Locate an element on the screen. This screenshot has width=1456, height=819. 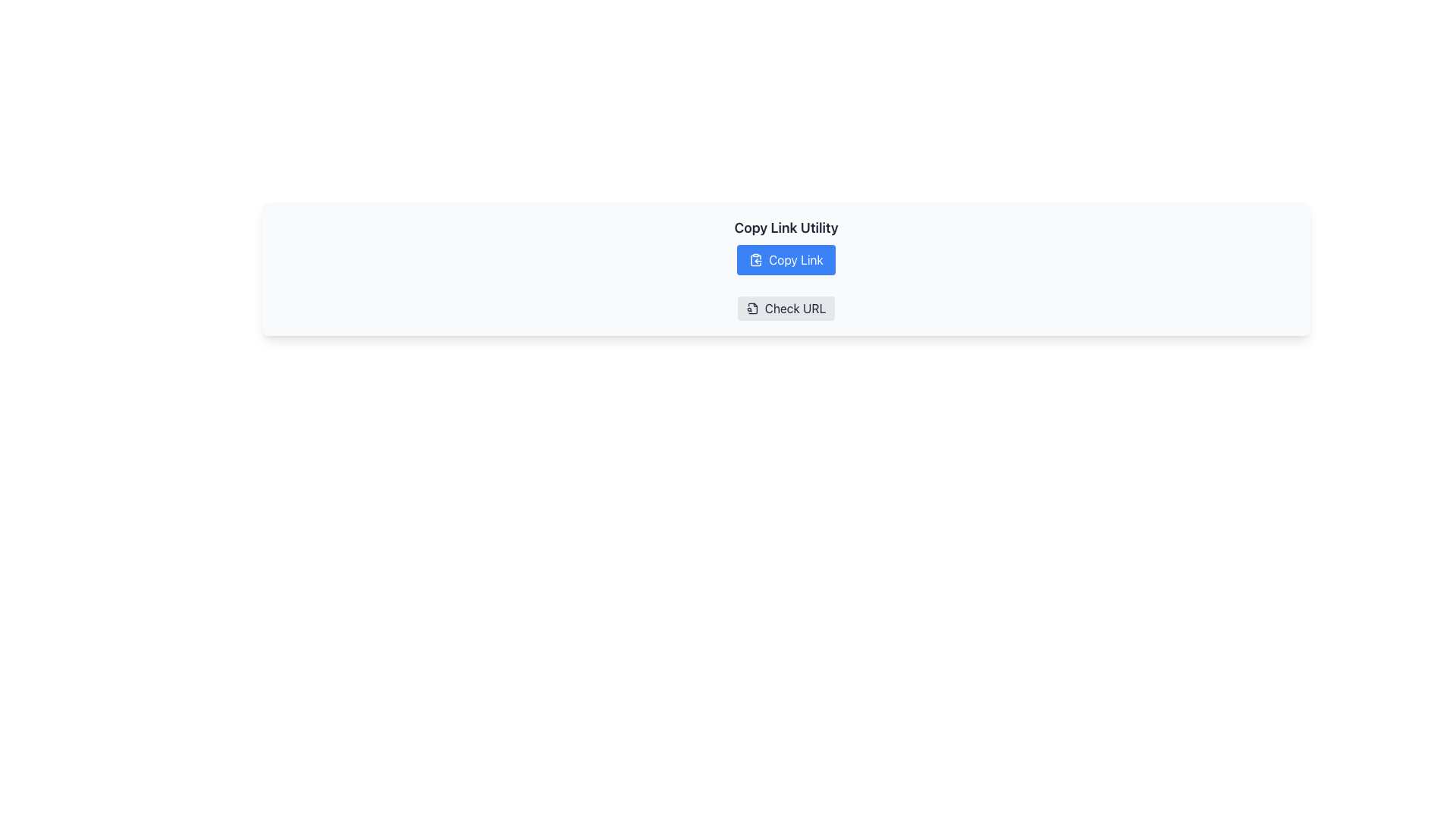
the 'Copy Link' button, which has a blue background, white text, and a clipboard icon, located at the upper portion of a vertical layout is located at coordinates (786, 259).